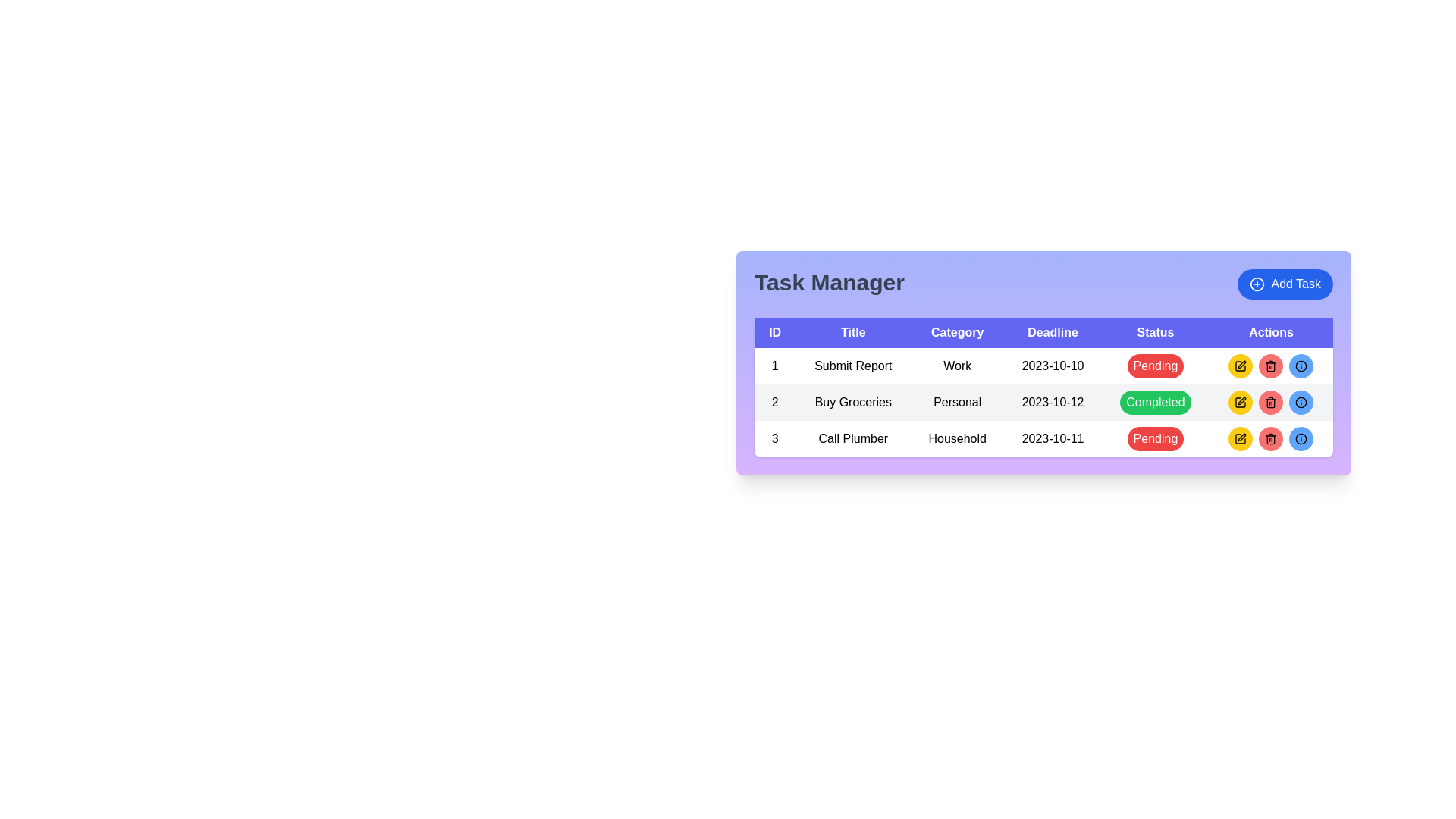 The width and height of the screenshot is (1456, 819). I want to click on the 'Pending' status indicator in the 'Status' column of the last row of the task table labeled 'Task Manager' to update the task status, so click(1154, 438).